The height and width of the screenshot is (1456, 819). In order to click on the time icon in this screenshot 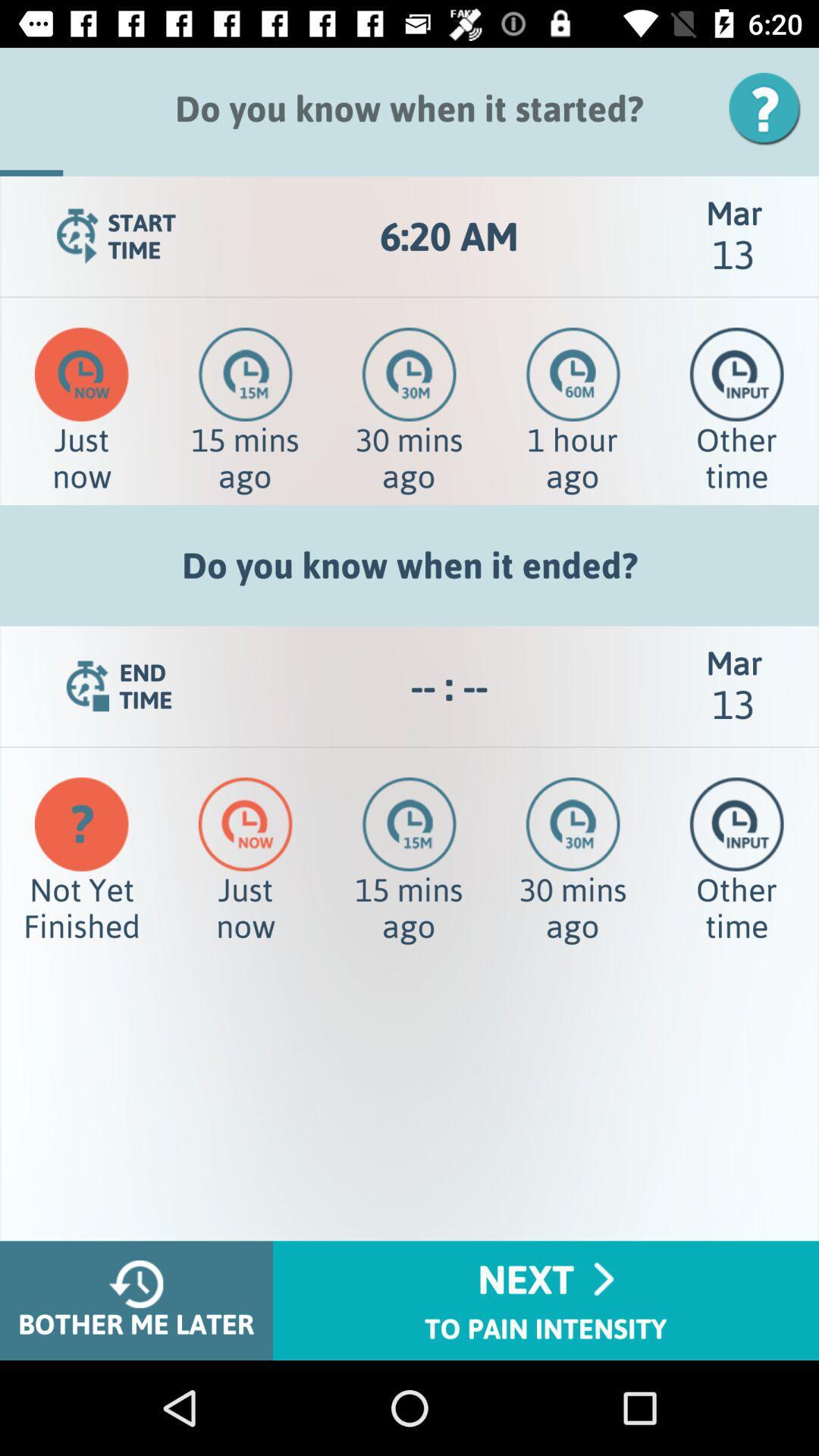, I will do `click(408, 374)`.